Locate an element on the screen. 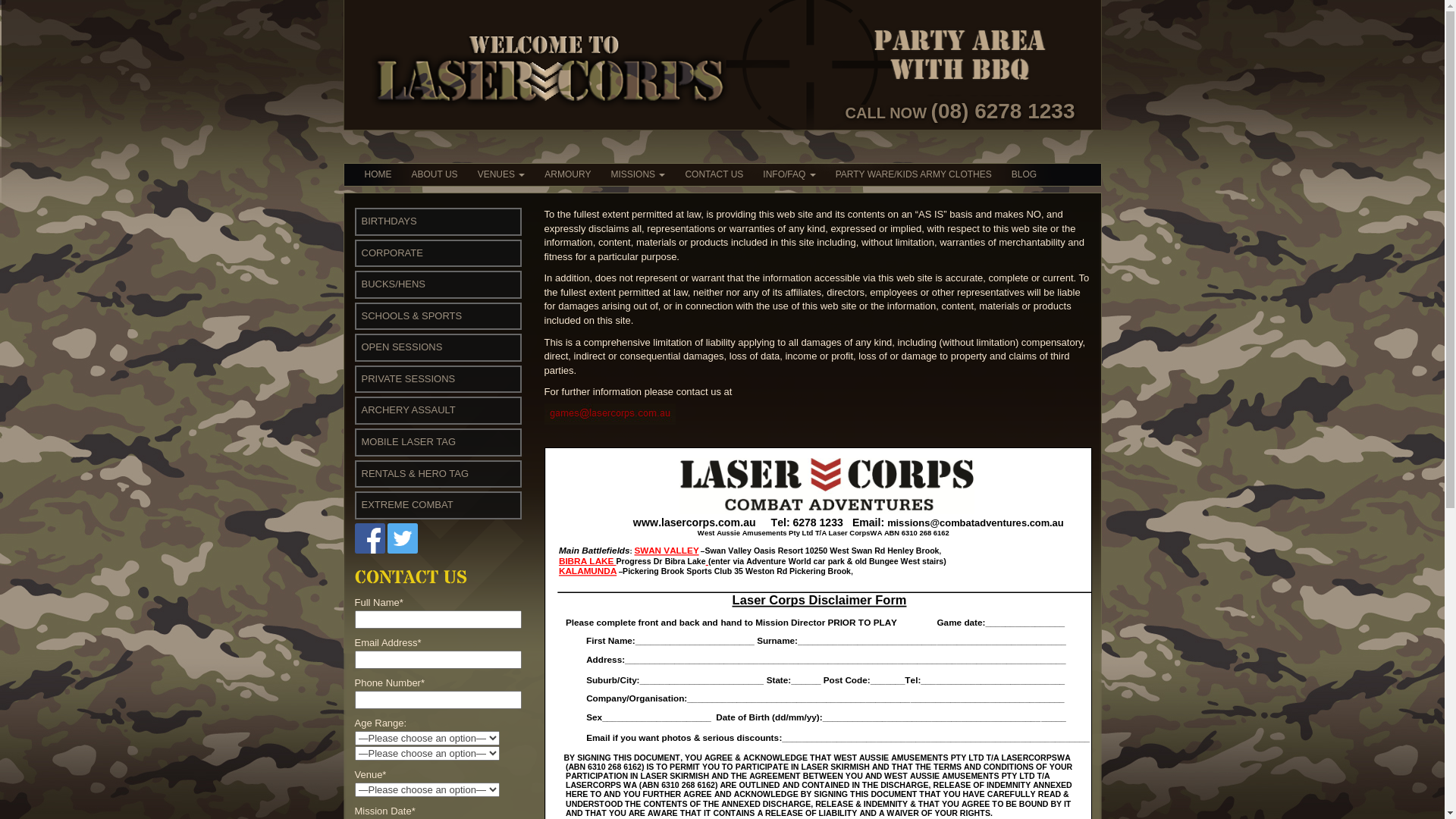  'ARMOURY' is located at coordinates (566, 174).